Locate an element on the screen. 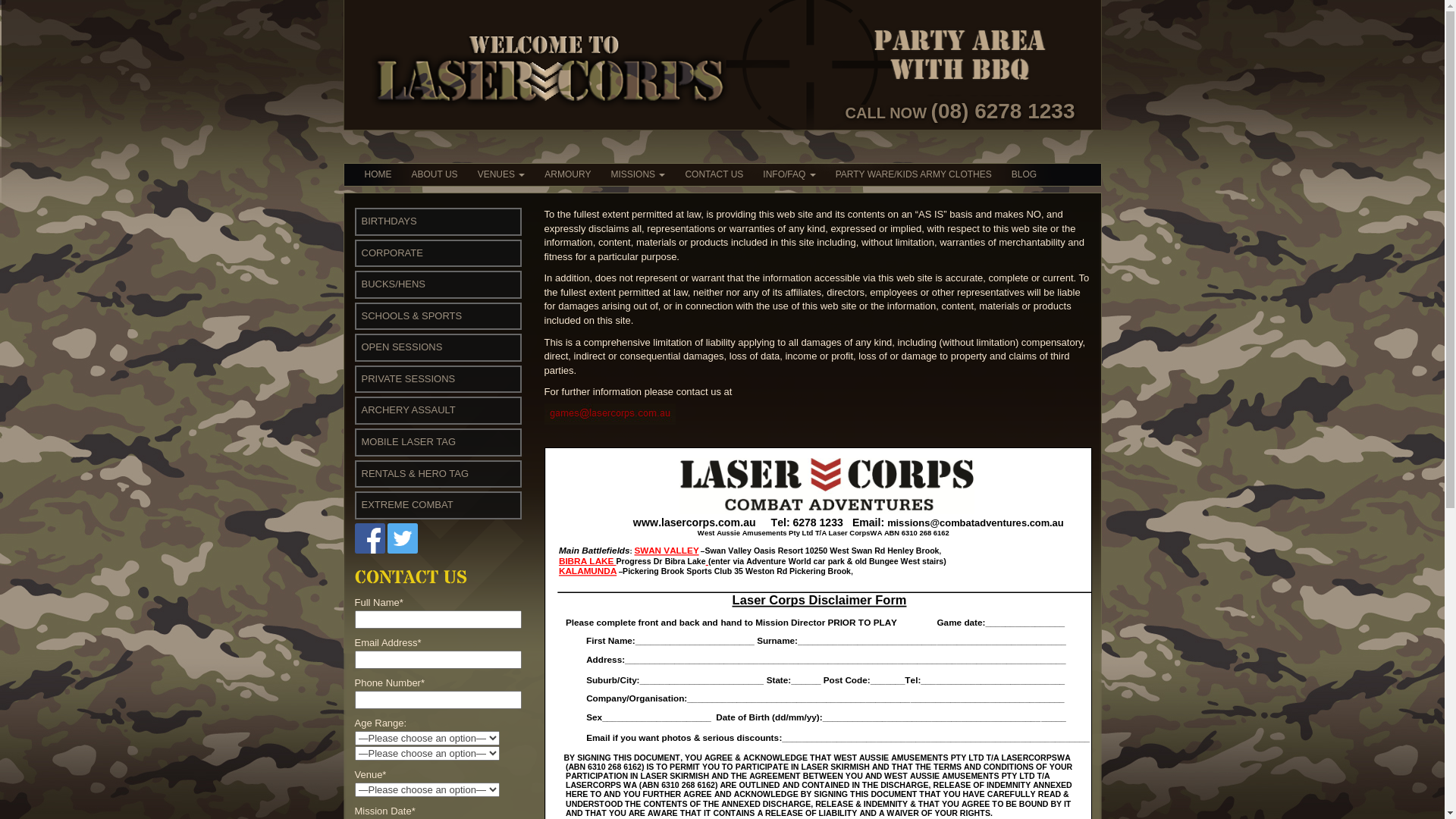  'ARMOURY' is located at coordinates (566, 174).